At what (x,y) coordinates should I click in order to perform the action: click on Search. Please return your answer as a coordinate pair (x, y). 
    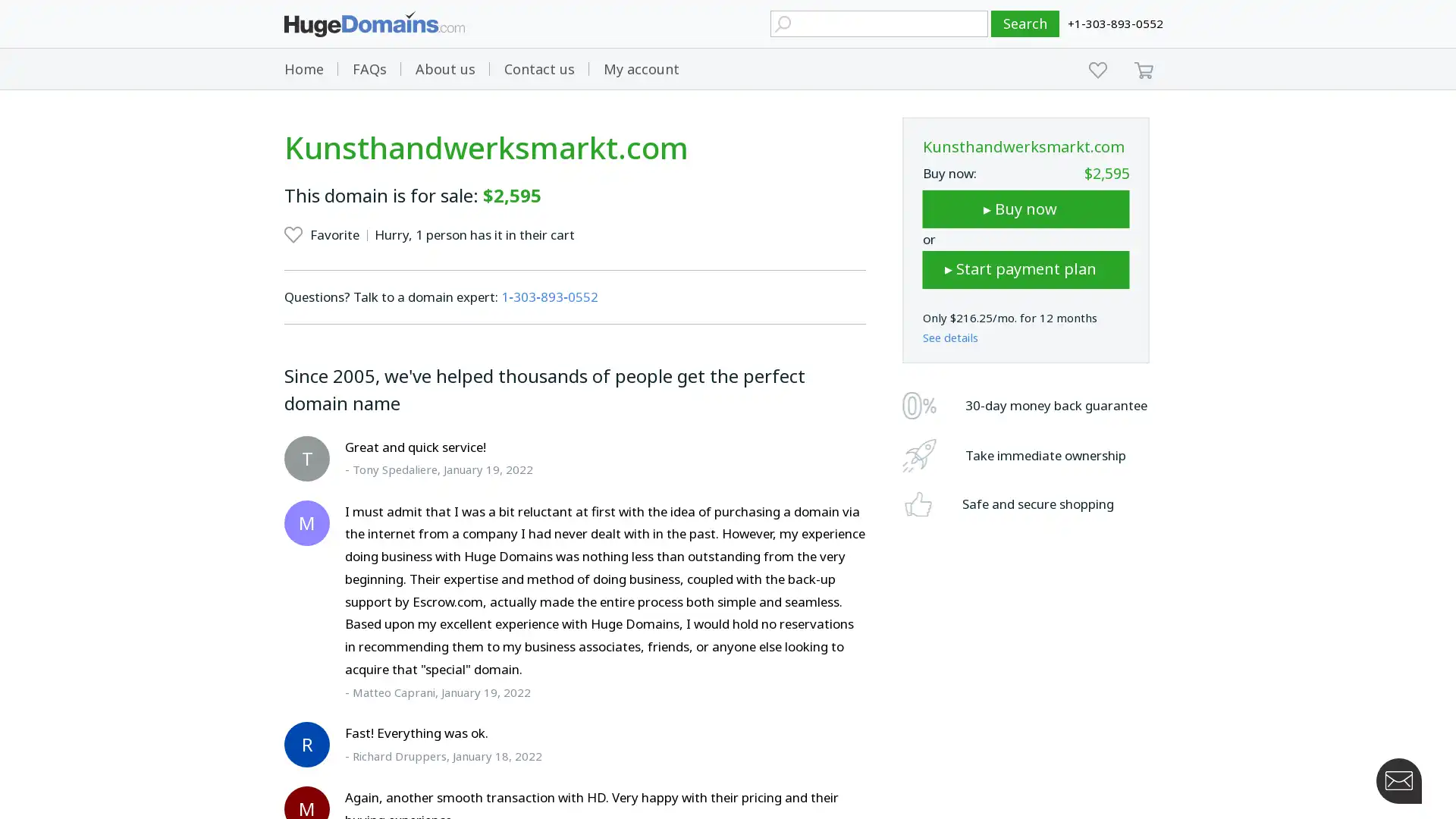
    Looking at the image, I should click on (1025, 24).